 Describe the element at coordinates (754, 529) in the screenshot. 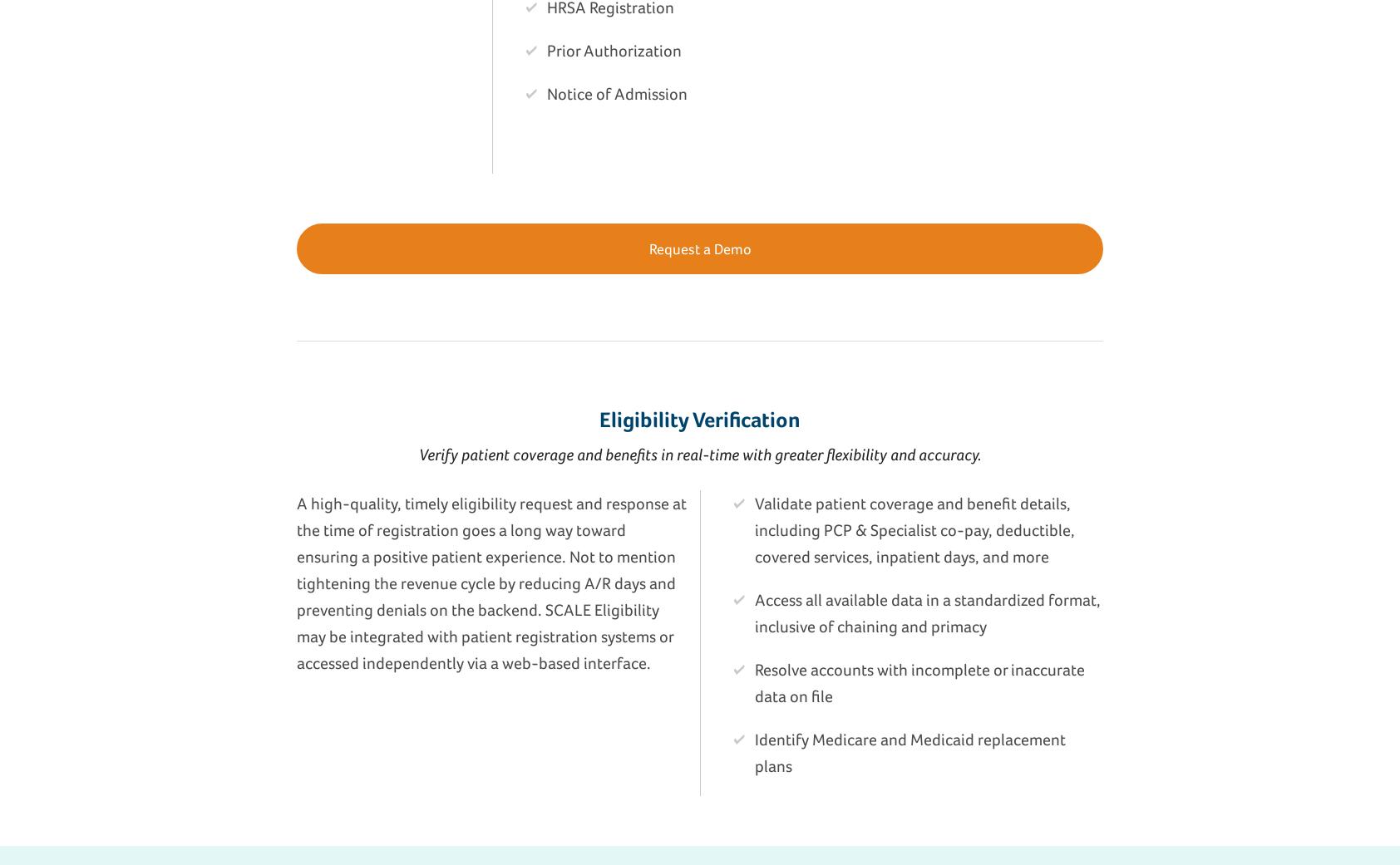

I see `'Validate patient coverage and benefit details, including PCP & Specialist co-pay, deductible, covered services, inpatient days, and more'` at that location.